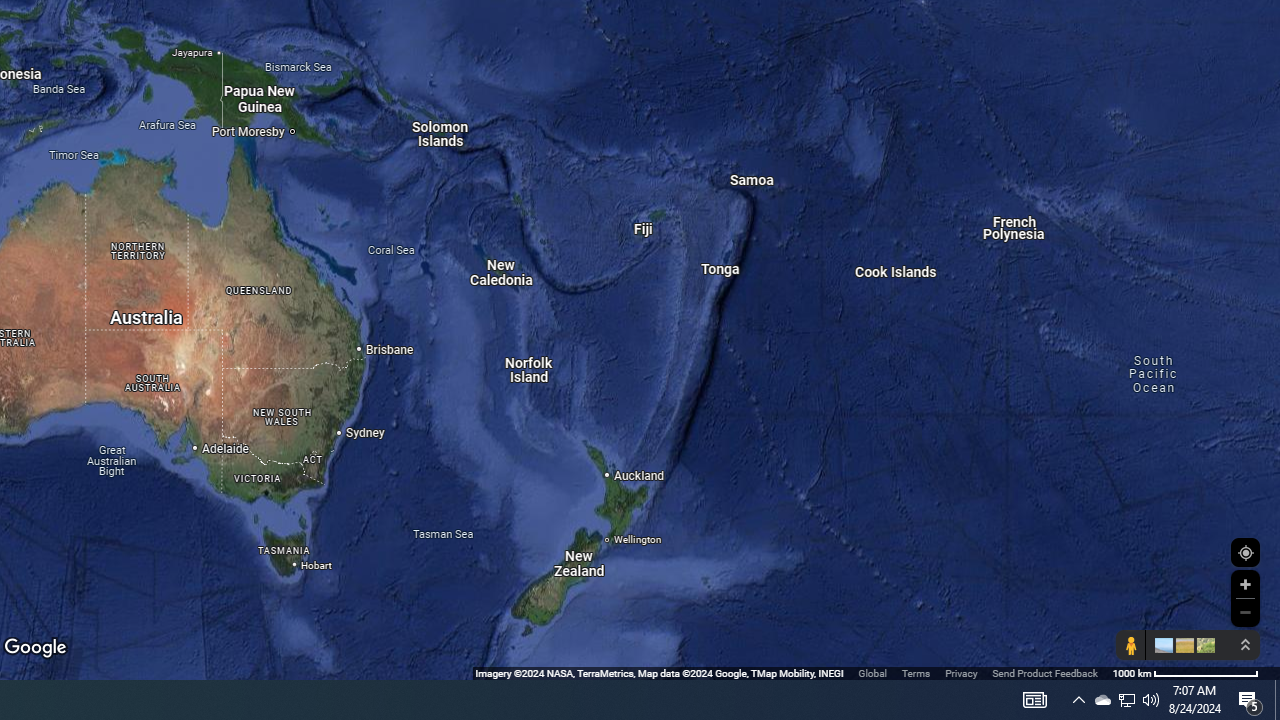 Image resolution: width=1280 pixels, height=720 pixels. I want to click on 'Show Street View coverage', so click(1130, 645).